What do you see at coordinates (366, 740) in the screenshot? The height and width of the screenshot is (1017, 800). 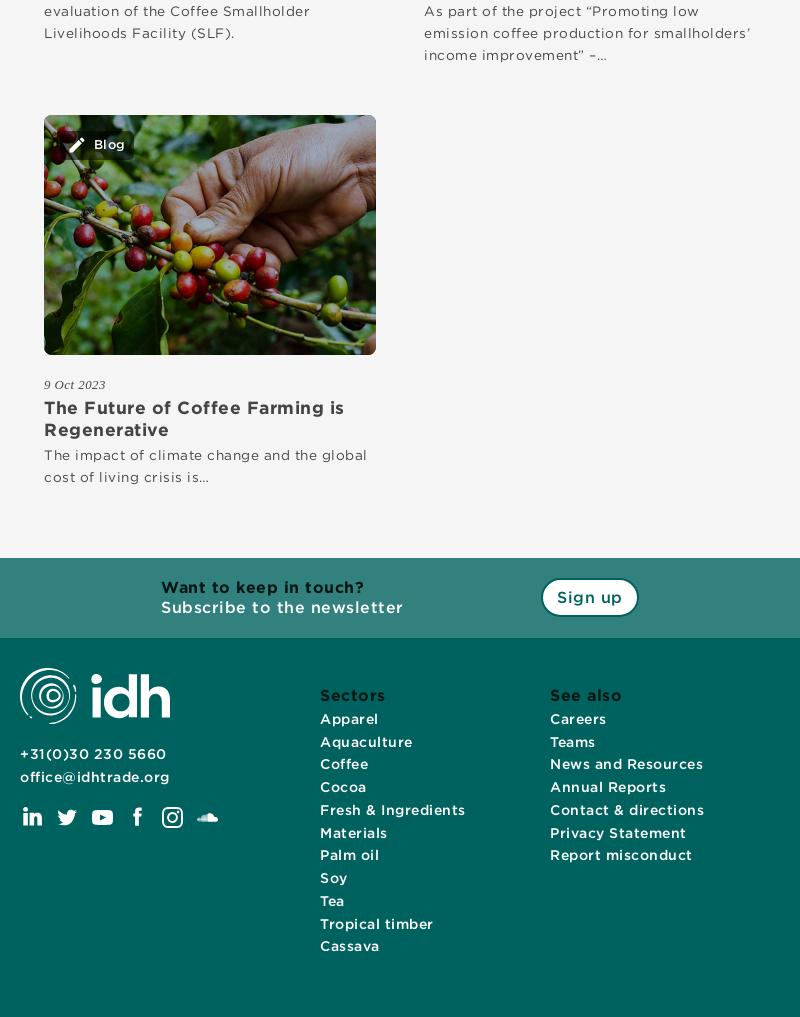 I see `'Aquaculture'` at bounding box center [366, 740].